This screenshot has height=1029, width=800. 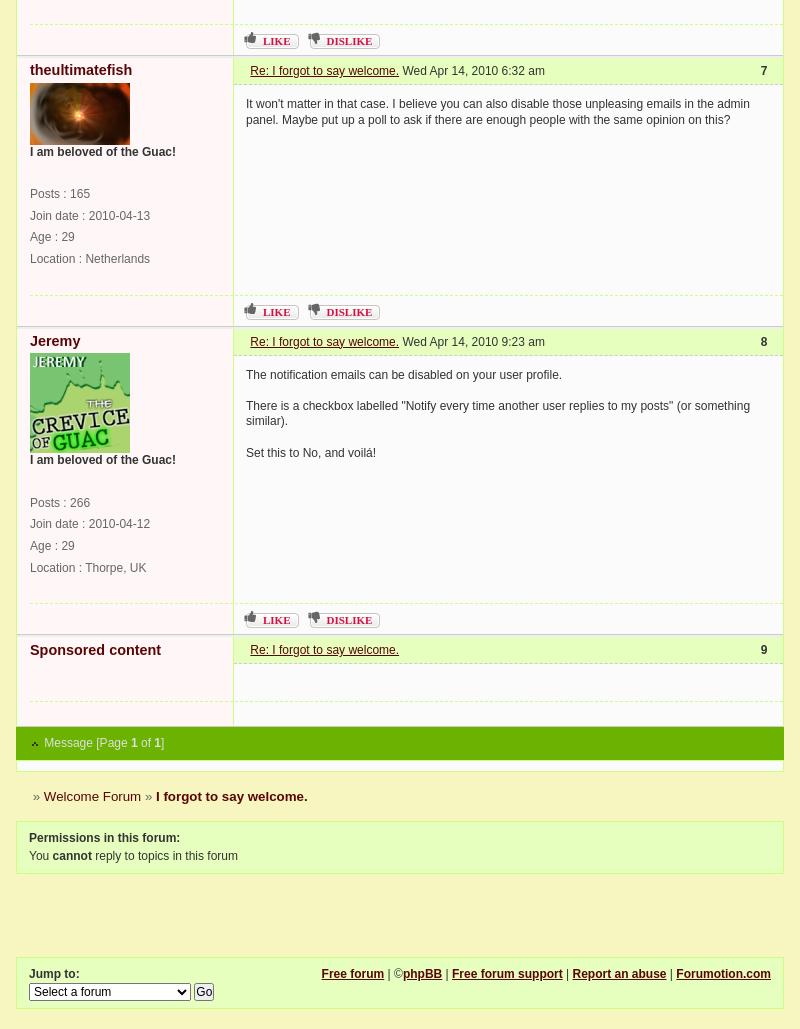 I want to click on 'Thorpe, UK', so click(x=114, y=565).